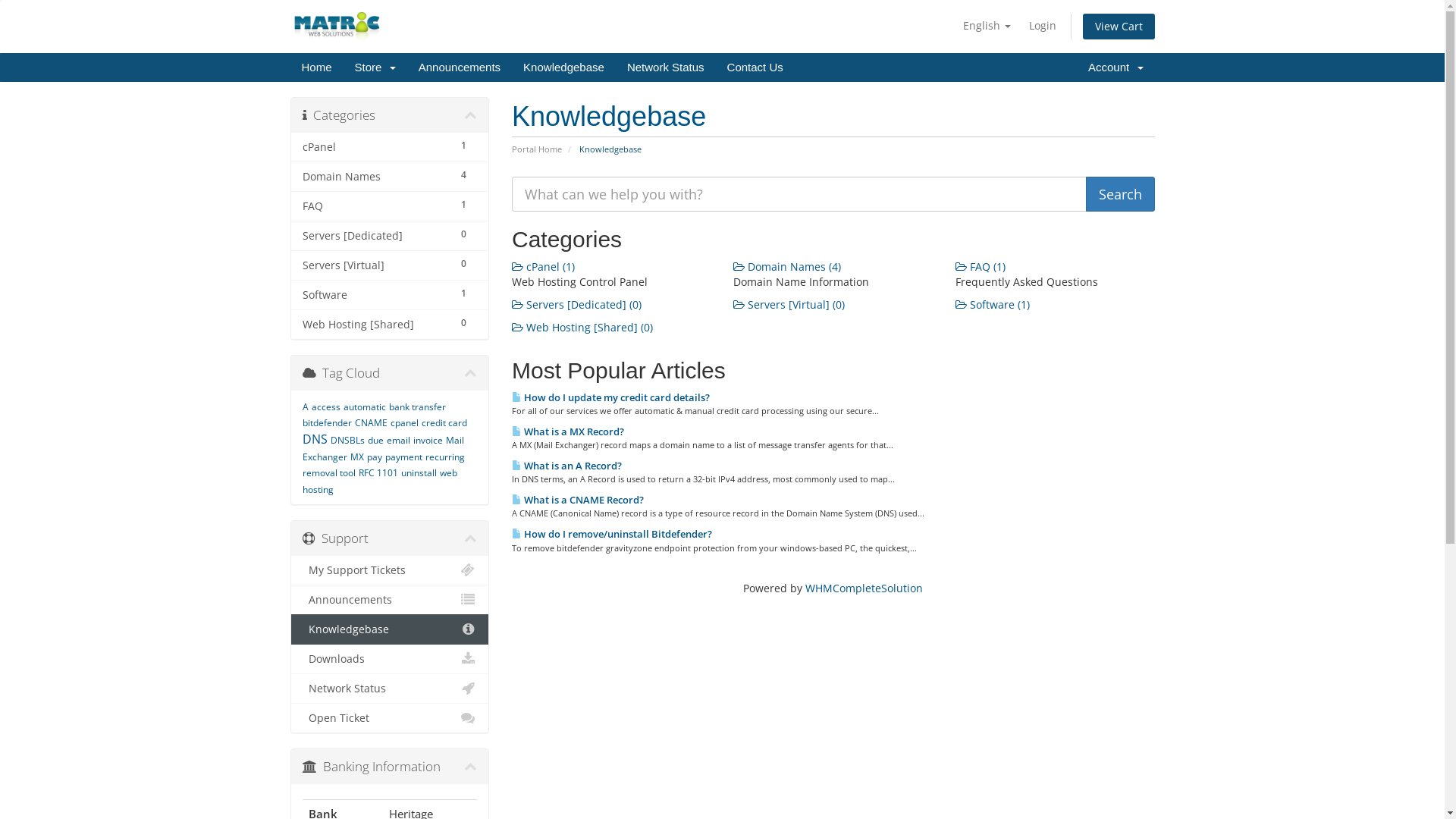 This screenshot has width=1456, height=819. What do you see at coordinates (537, 149) in the screenshot?
I see `'Portal Home'` at bounding box center [537, 149].